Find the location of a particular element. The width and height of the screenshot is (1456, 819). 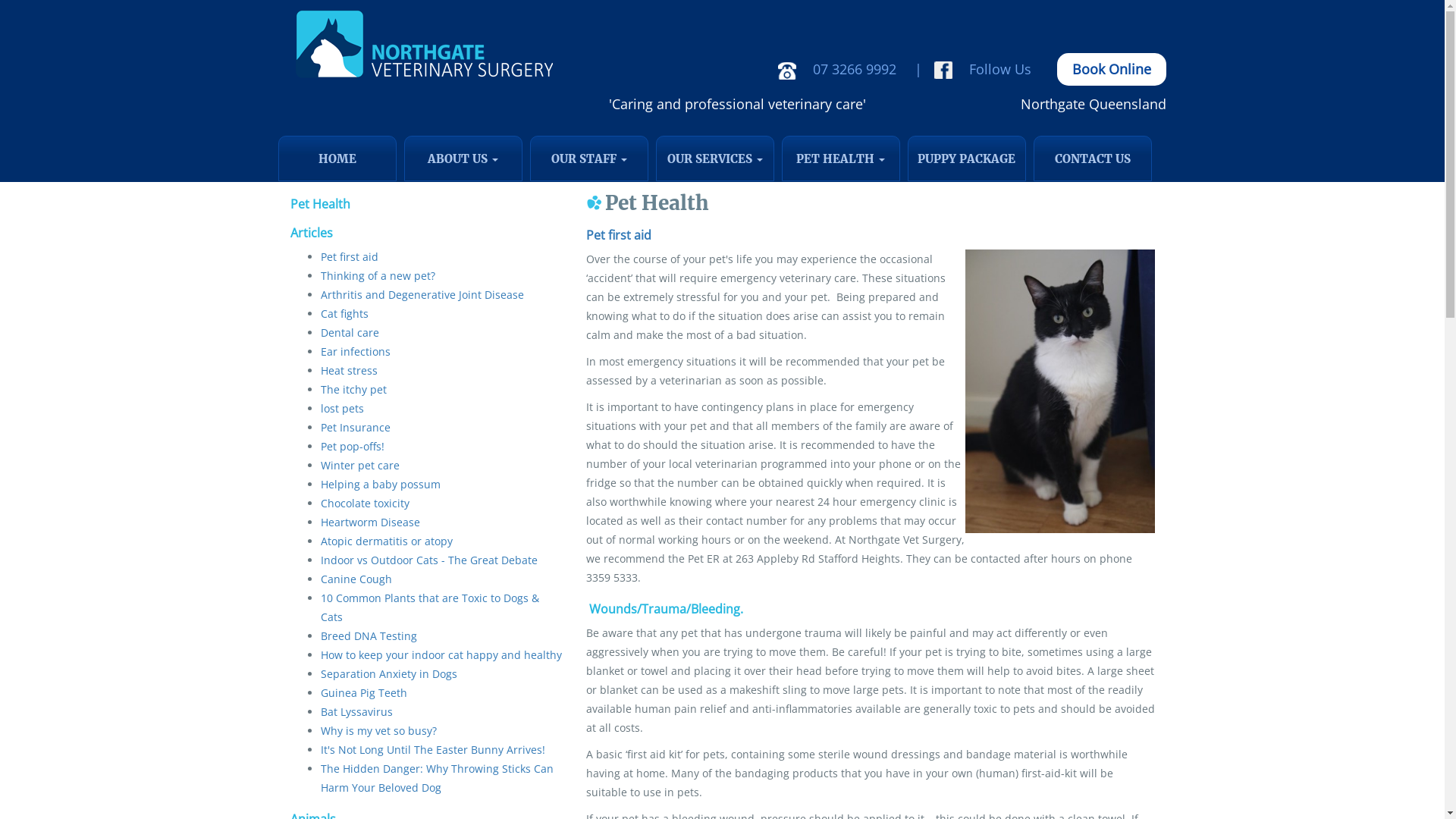

'Winter pet care' is located at coordinates (359, 464).